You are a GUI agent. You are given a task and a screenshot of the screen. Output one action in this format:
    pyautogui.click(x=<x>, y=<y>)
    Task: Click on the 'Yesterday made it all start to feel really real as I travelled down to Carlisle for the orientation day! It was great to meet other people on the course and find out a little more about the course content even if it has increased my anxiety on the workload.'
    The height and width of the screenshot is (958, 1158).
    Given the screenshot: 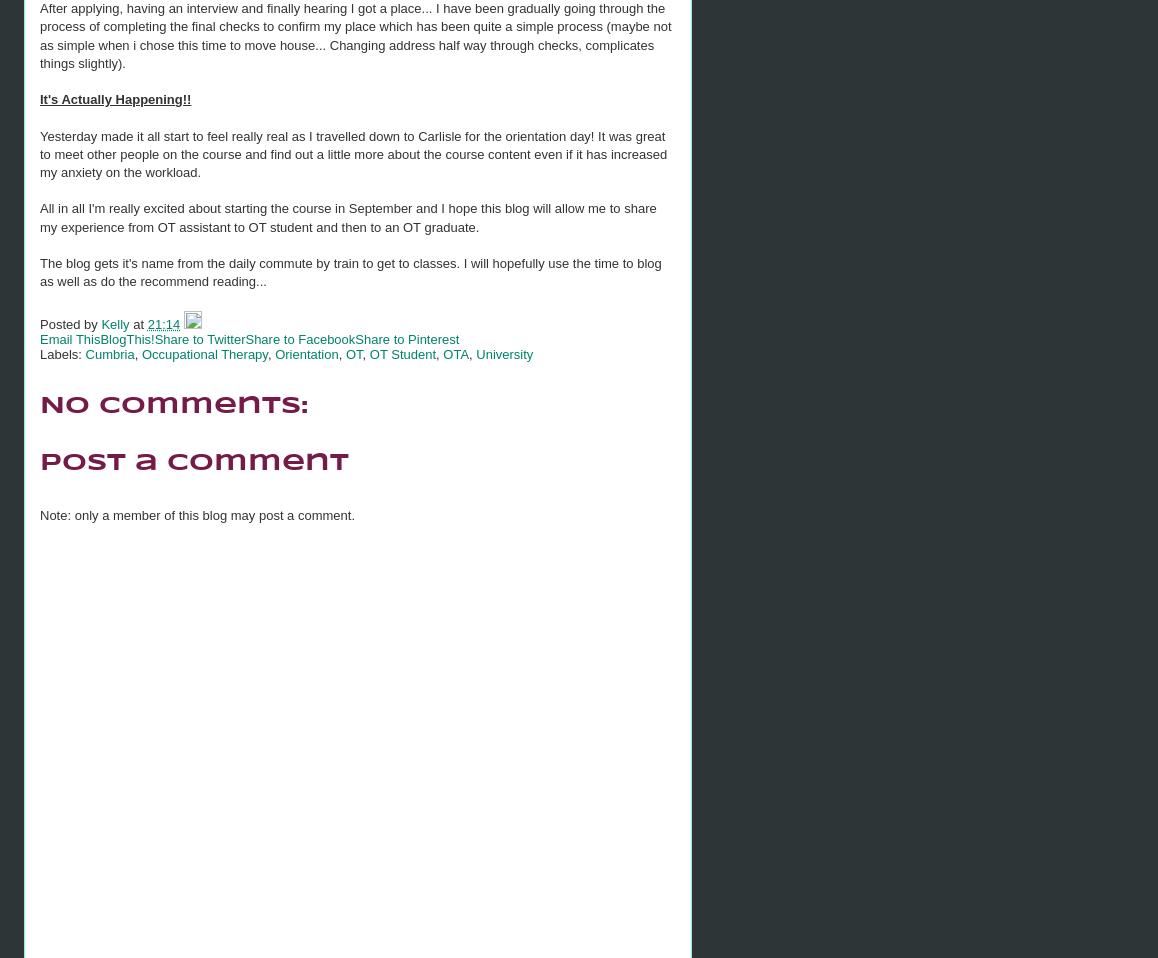 What is the action you would take?
    pyautogui.click(x=352, y=153)
    